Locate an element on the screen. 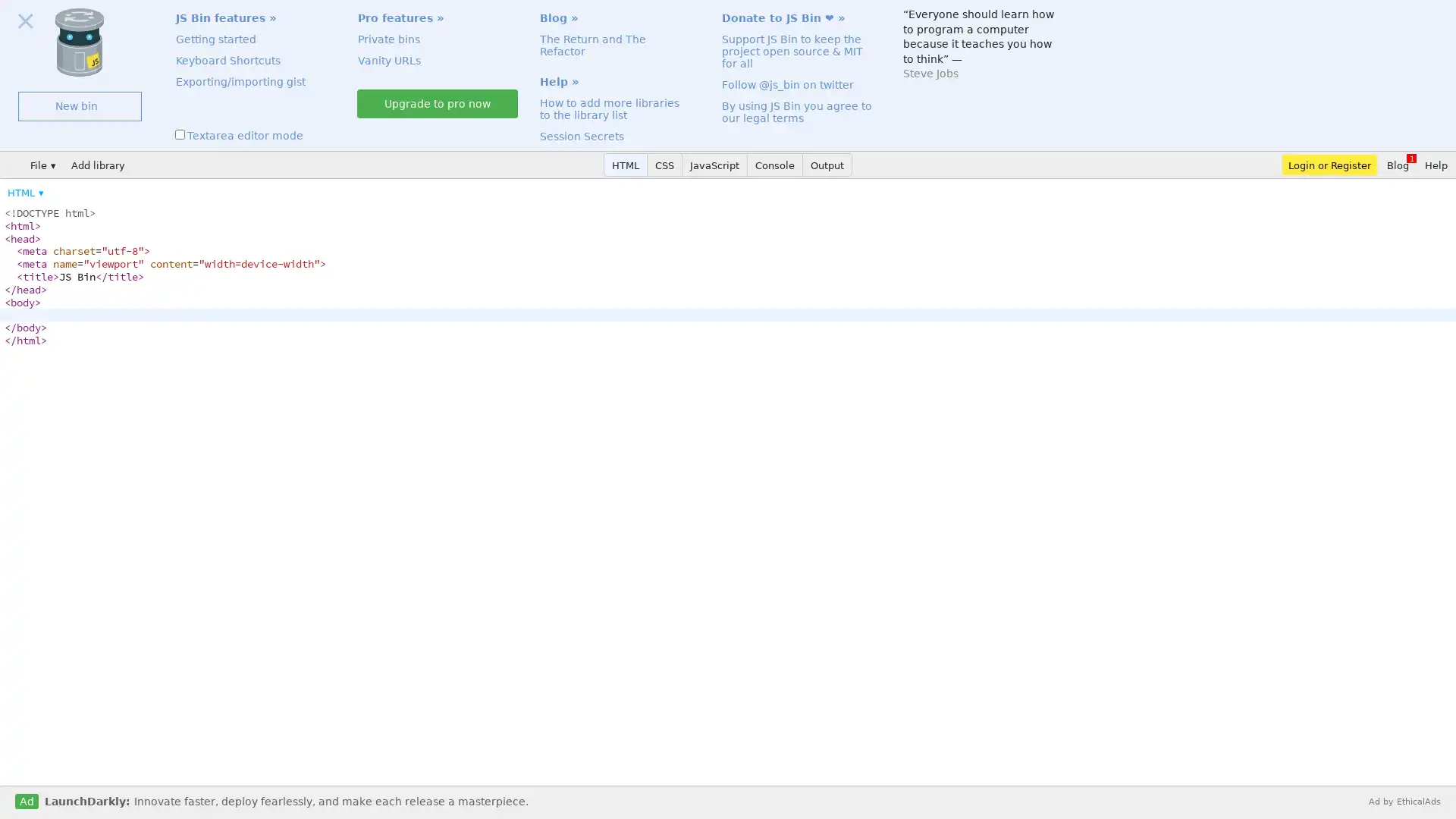  Output Panel: Inactive is located at coordinates (827, 165).